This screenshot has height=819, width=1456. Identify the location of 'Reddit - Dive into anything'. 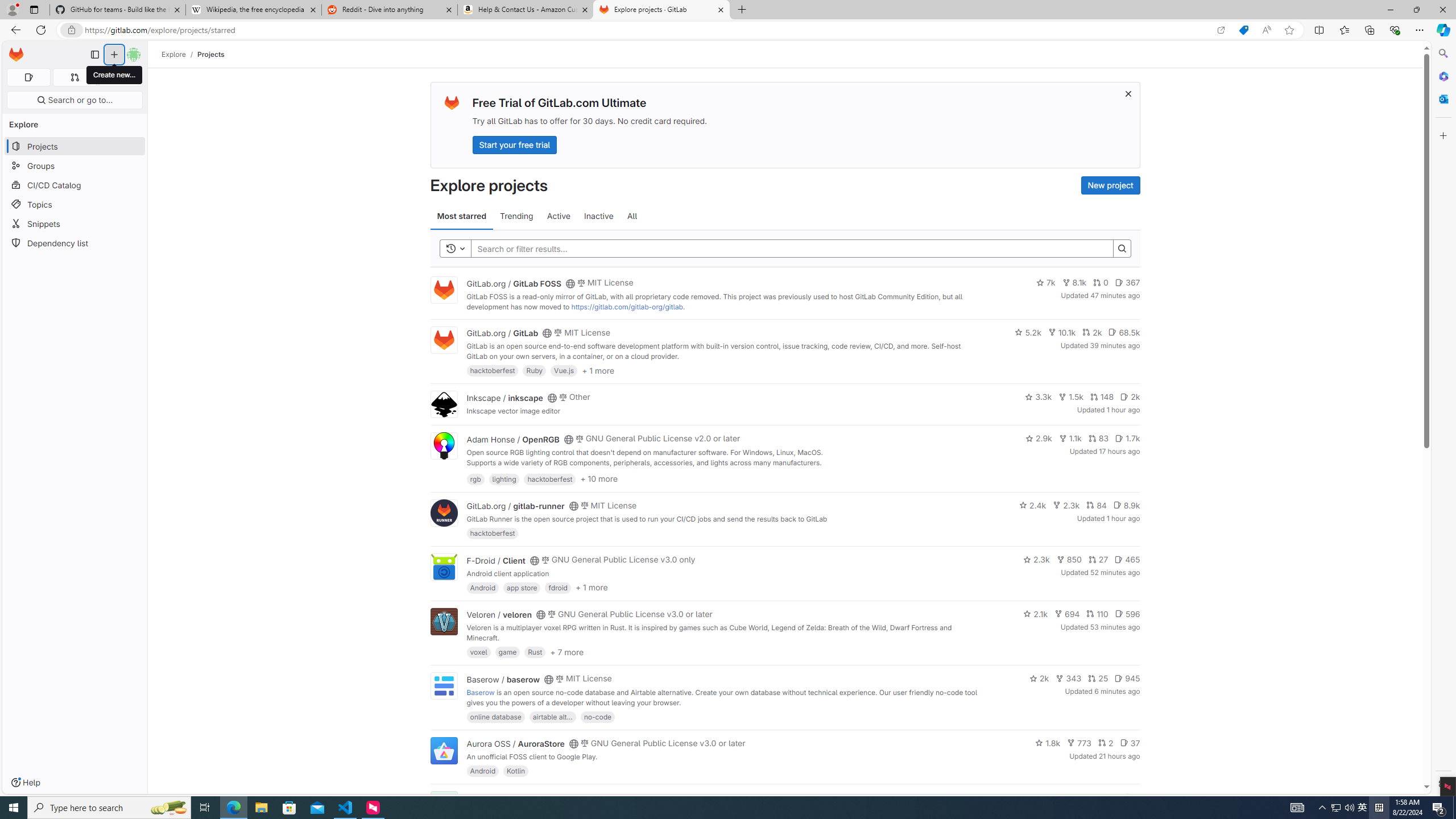
(390, 9).